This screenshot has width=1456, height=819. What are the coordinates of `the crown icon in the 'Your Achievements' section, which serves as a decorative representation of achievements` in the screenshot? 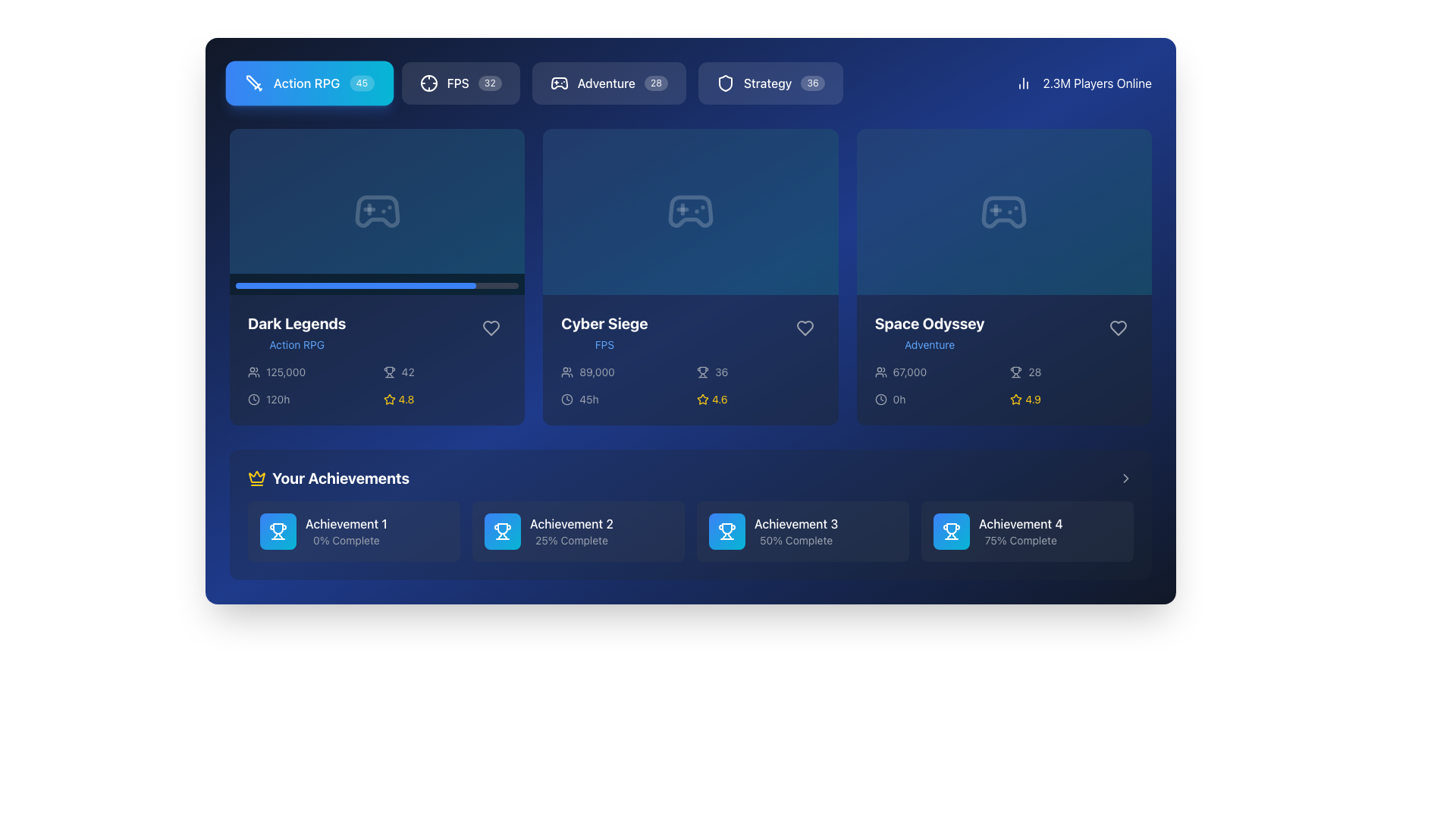 It's located at (257, 475).